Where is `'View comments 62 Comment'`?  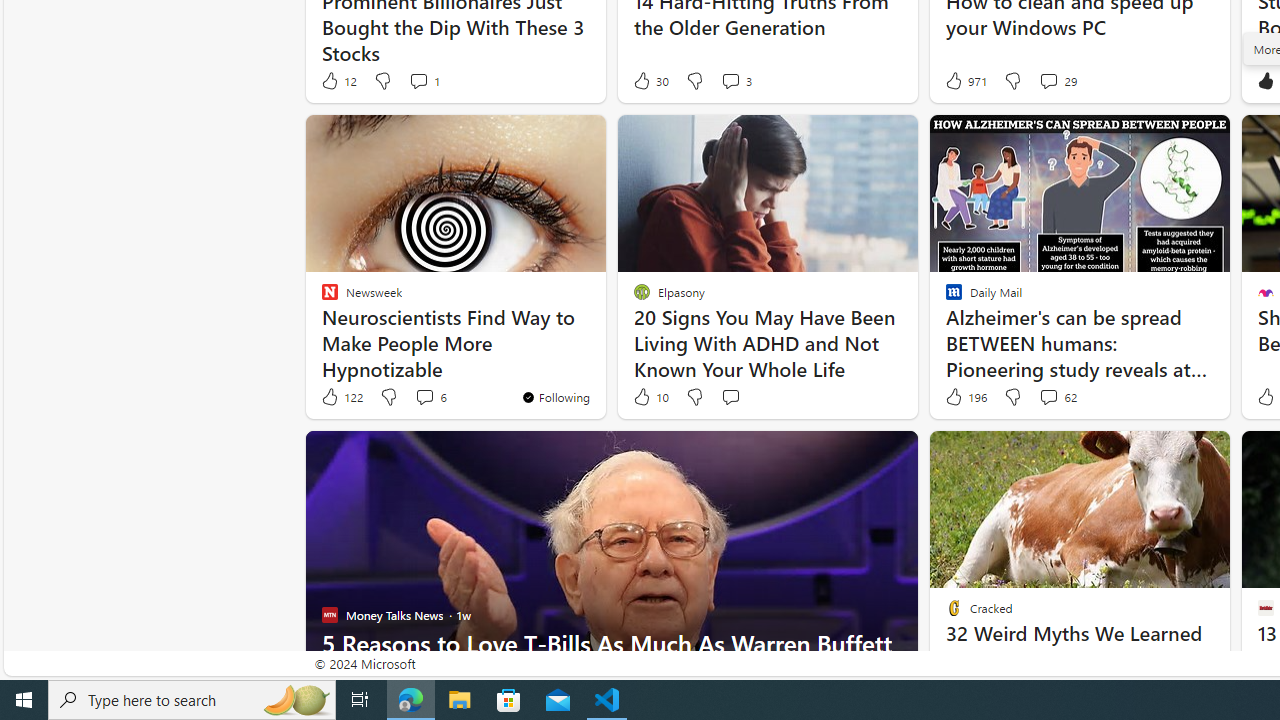 'View comments 62 Comment' is located at coordinates (1047, 397).